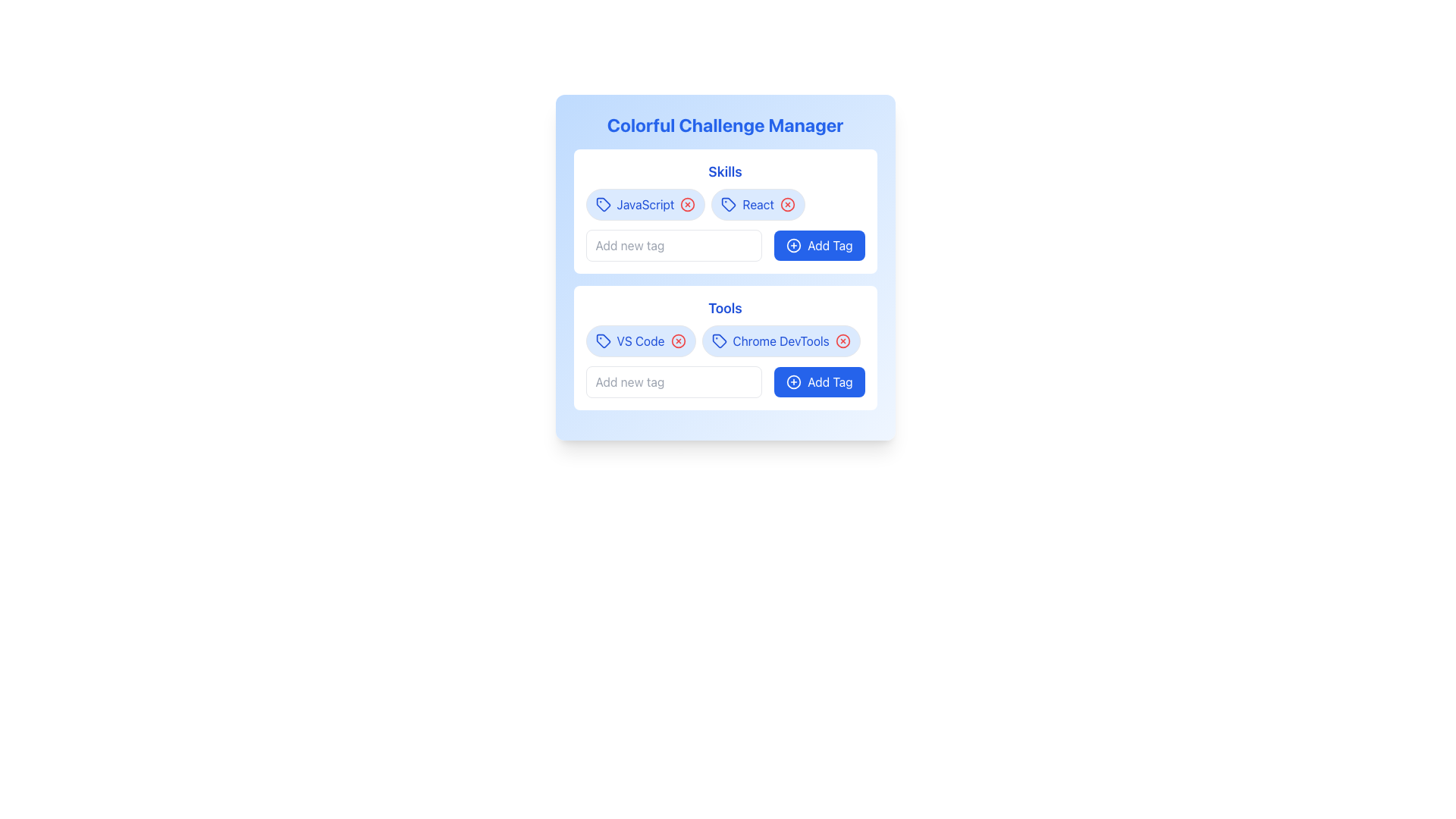 Image resolution: width=1456 pixels, height=819 pixels. I want to click on the red circular 'X' button located to the right of the 'JavaScript' tag in the 'Skills' section, so click(687, 205).